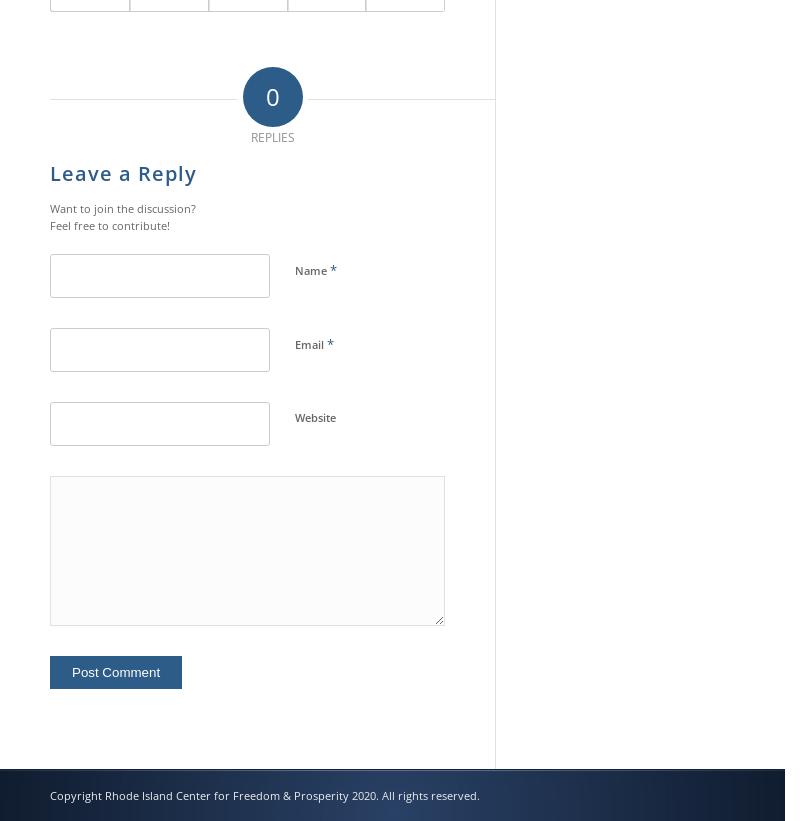  Describe the element at coordinates (121, 207) in the screenshot. I see `'Want to join the discussion?'` at that location.